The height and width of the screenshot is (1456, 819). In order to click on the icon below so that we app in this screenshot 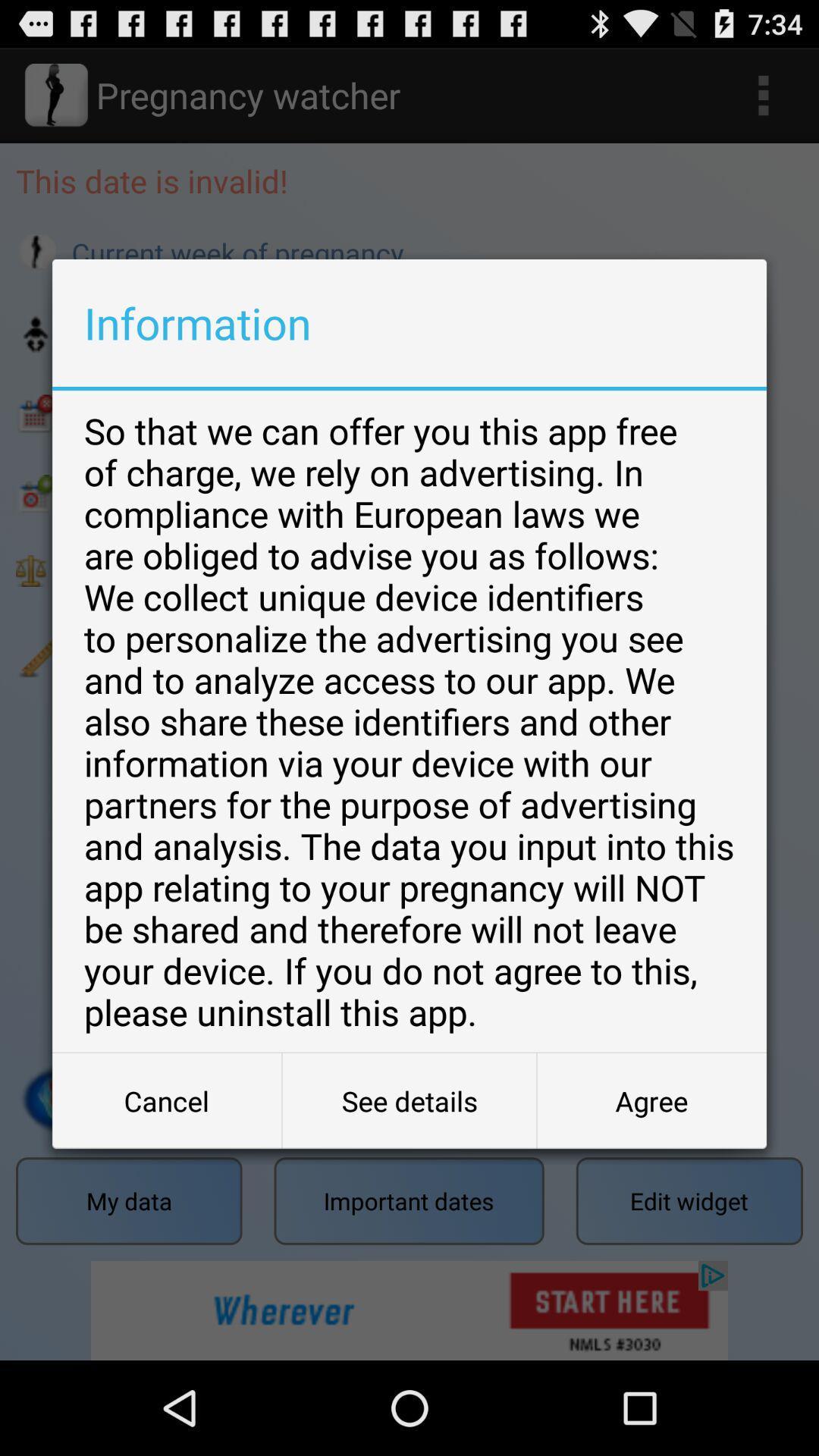, I will do `click(651, 1100)`.